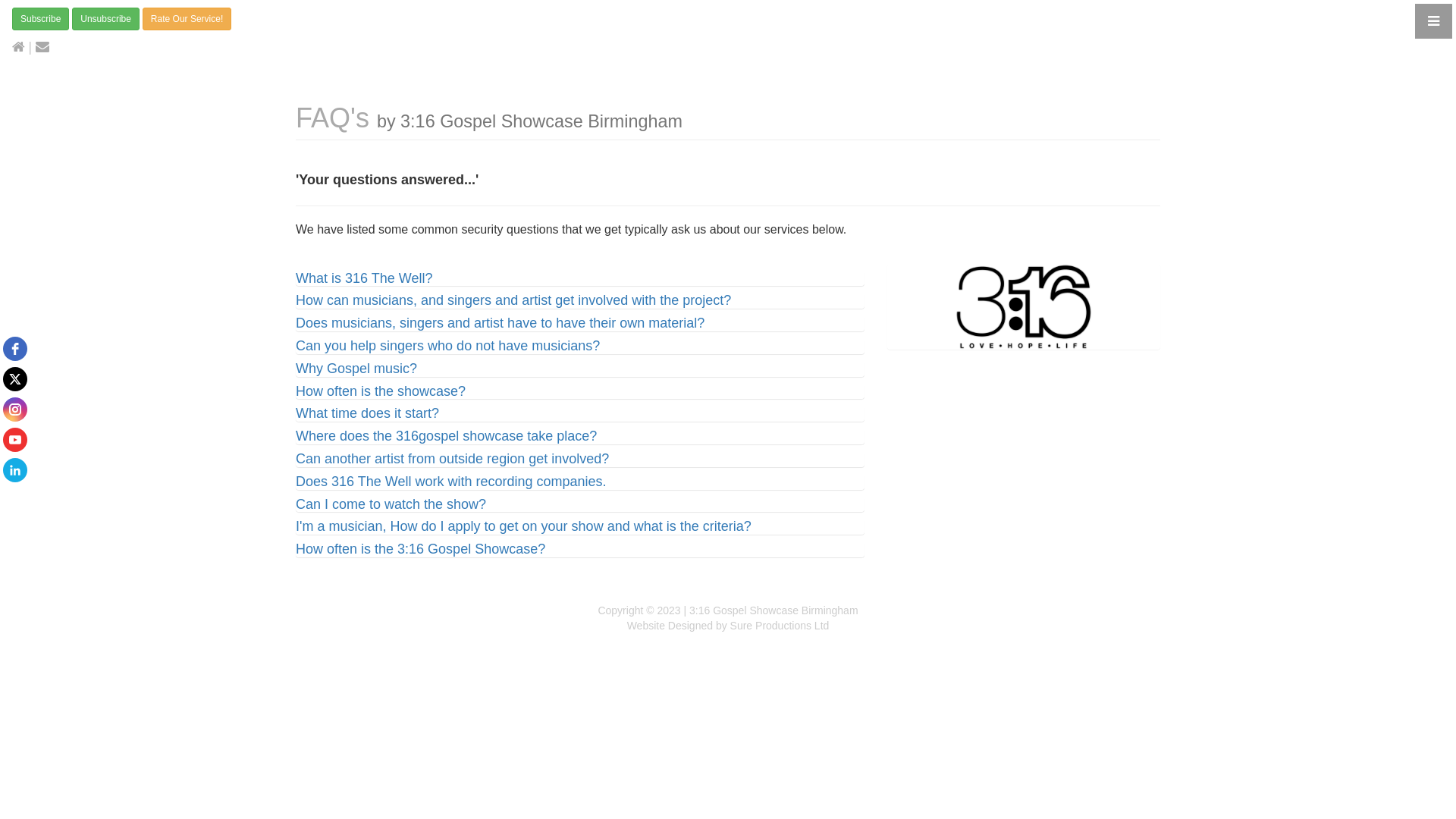 Image resolution: width=1456 pixels, height=819 pixels. What do you see at coordinates (451, 458) in the screenshot?
I see `'Can another artist from outside region get involved?'` at bounding box center [451, 458].